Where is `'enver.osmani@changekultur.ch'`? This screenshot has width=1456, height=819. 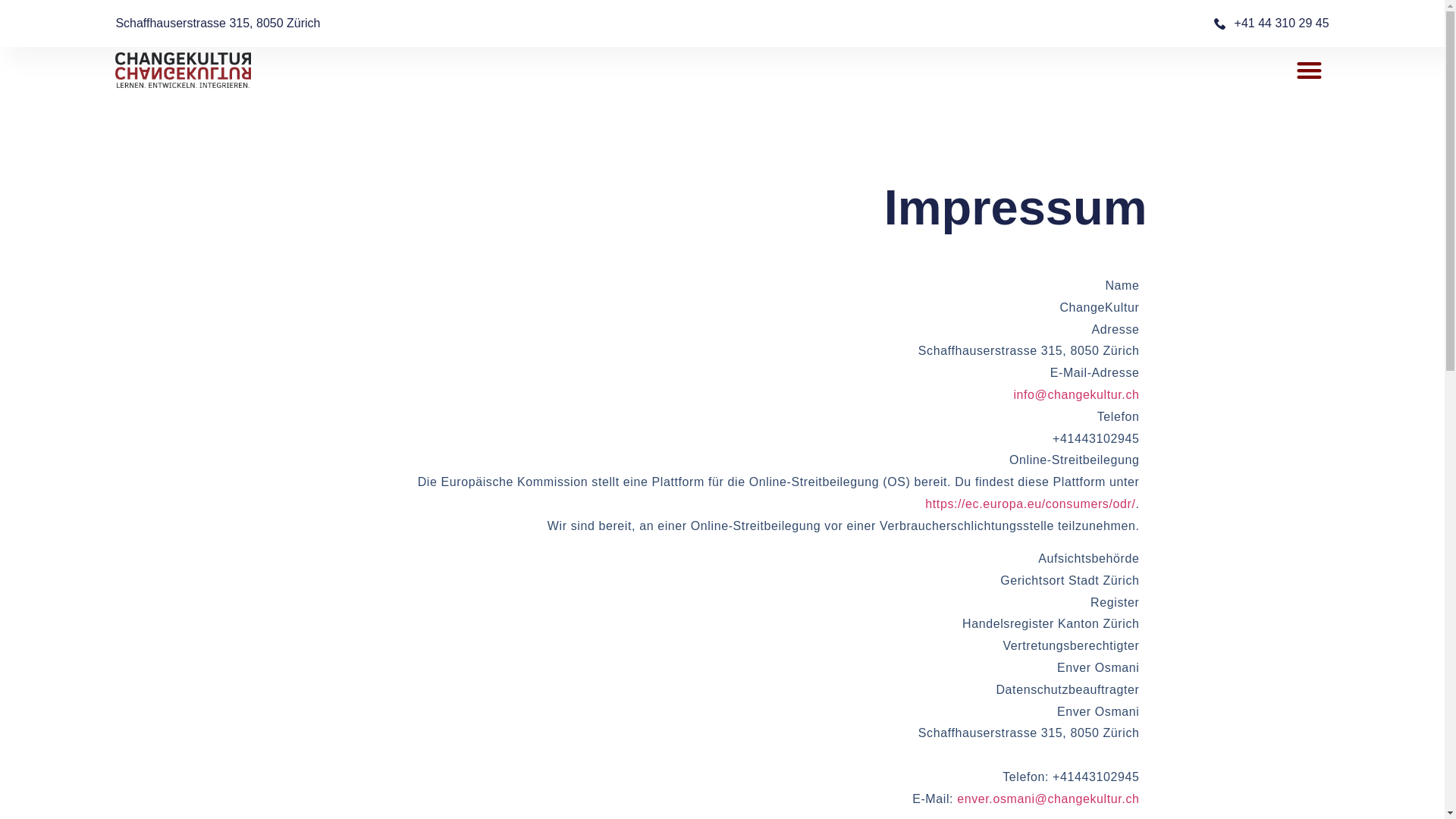 'enver.osmani@changekultur.ch' is located at coordinates (1047, 798).